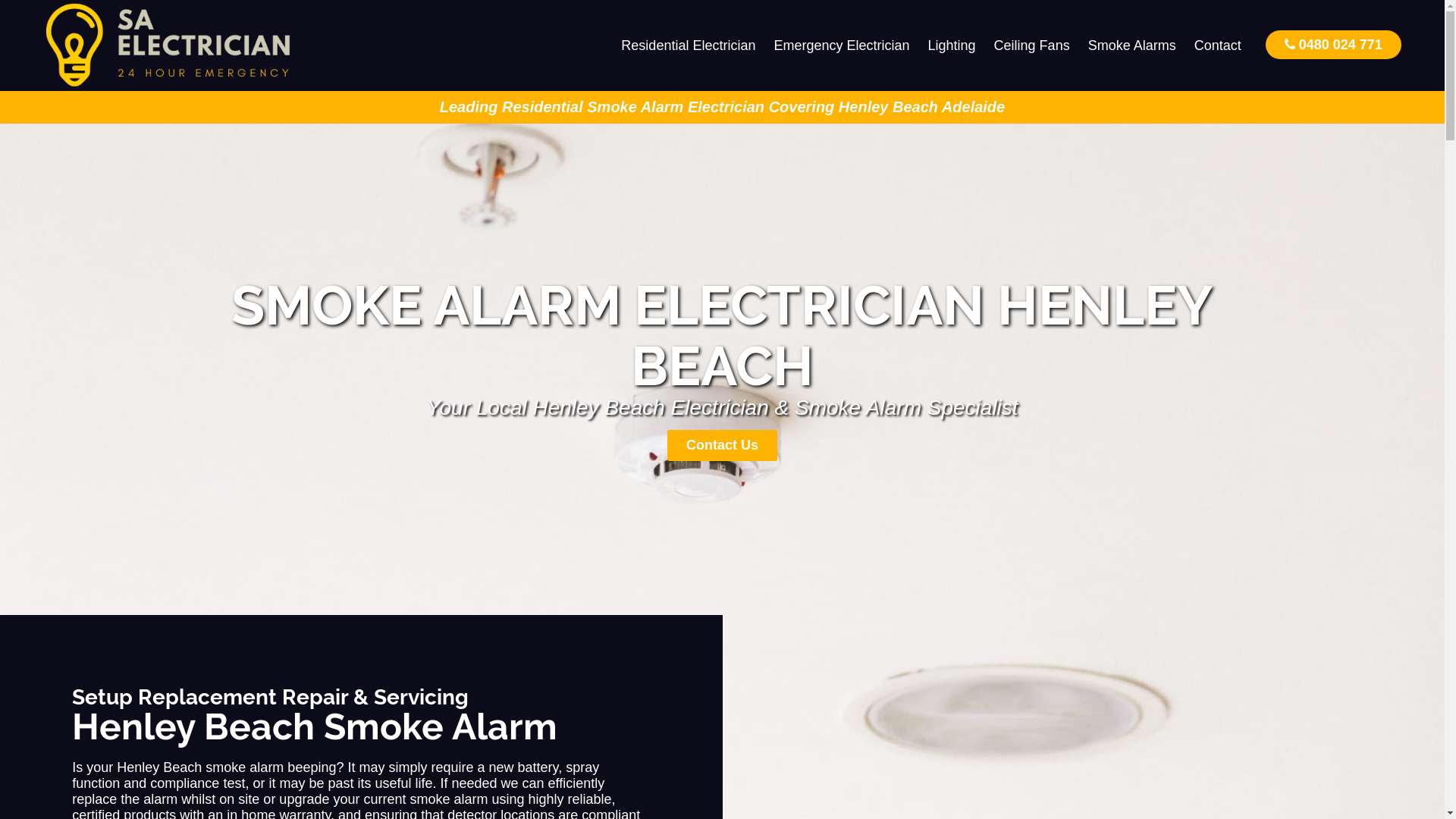 Image resolution: width=1456 pixels, height=819 pixels. Describe the element at coordinates (721, 444) in the screenshot. I see `'Contact Us'` at that location.